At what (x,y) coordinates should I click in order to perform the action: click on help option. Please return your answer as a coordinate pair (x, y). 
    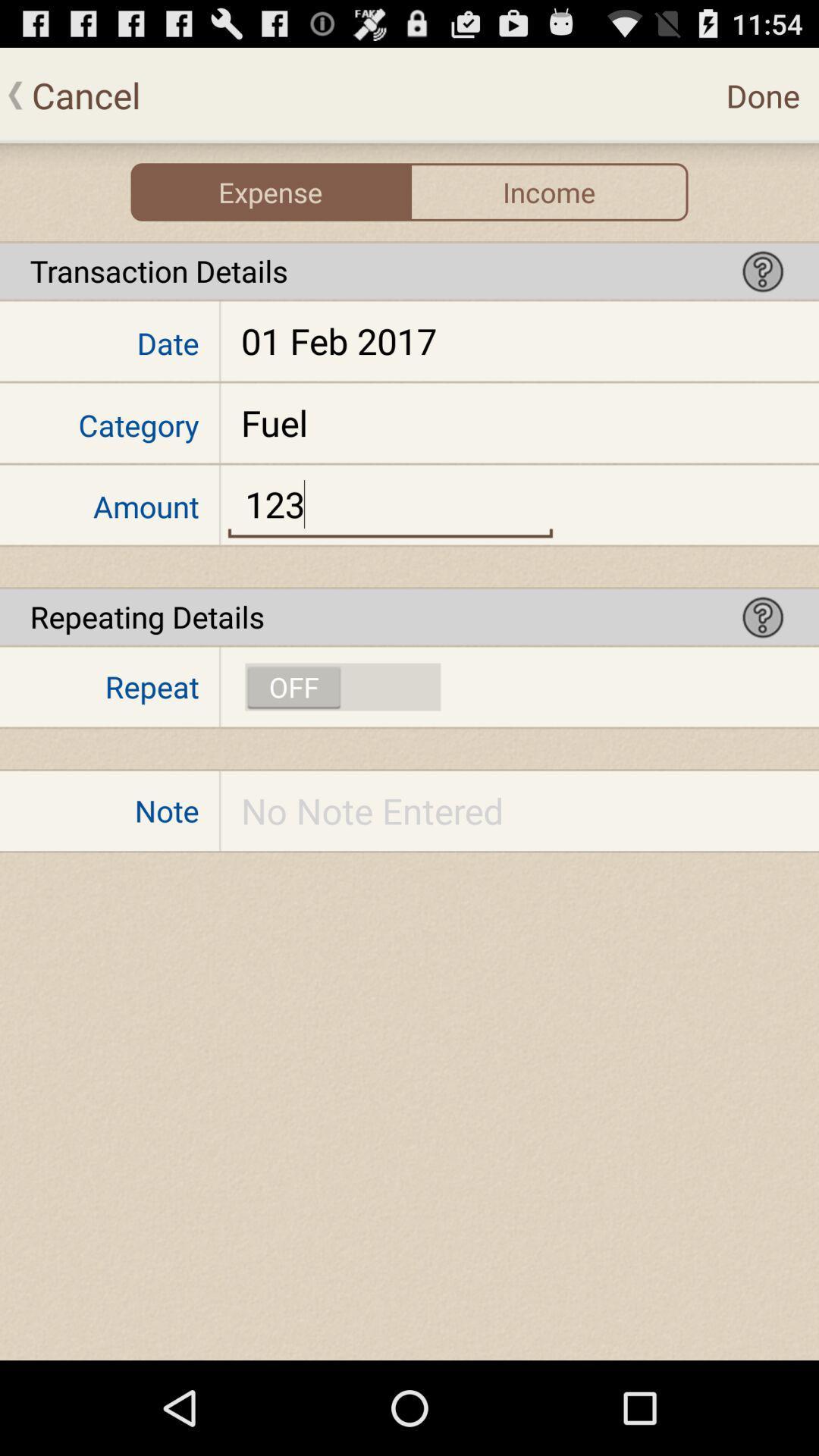
    Looking at the image, I should click on (763, 617).